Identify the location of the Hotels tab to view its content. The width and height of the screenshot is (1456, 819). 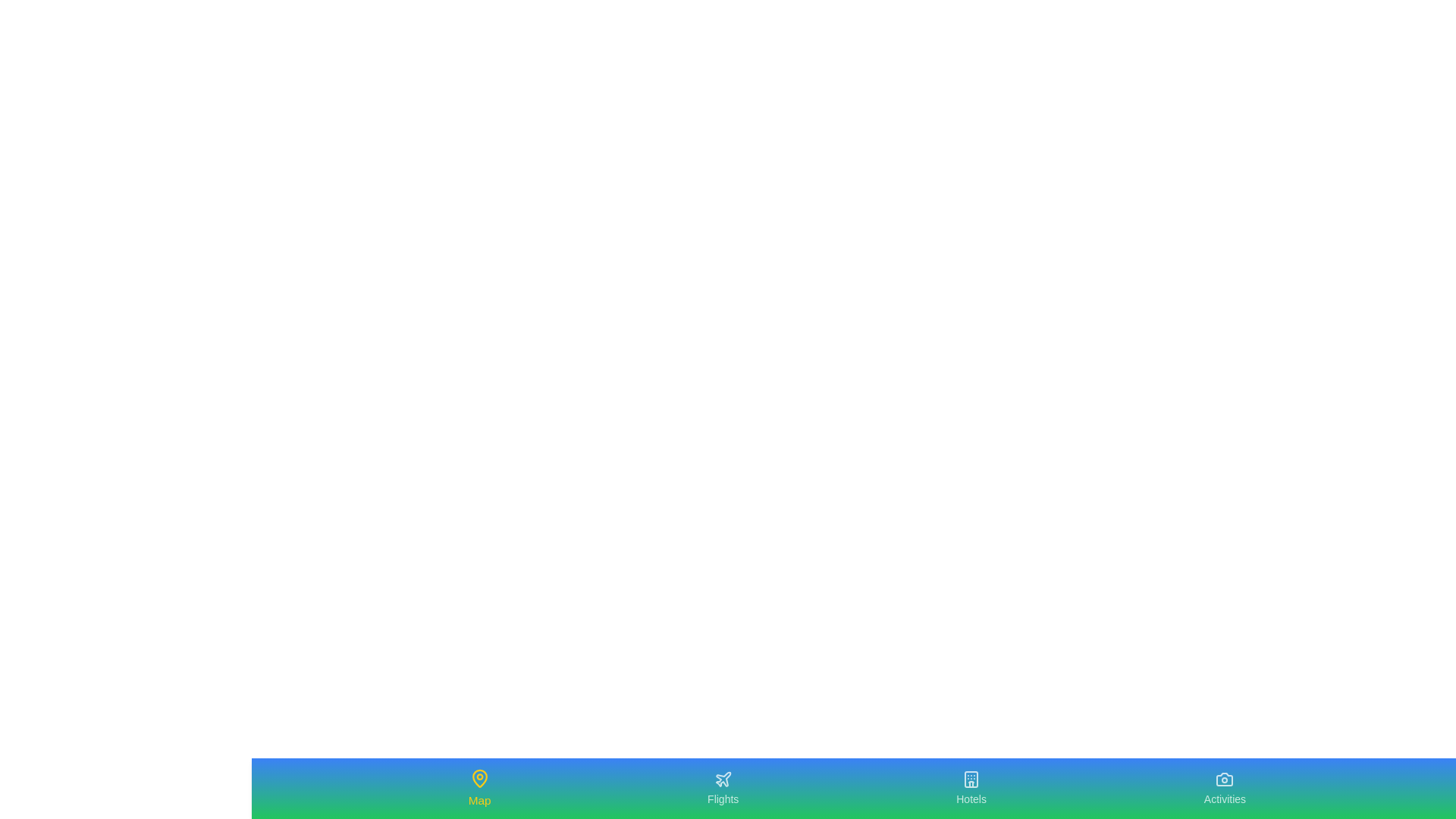
(971, 788).